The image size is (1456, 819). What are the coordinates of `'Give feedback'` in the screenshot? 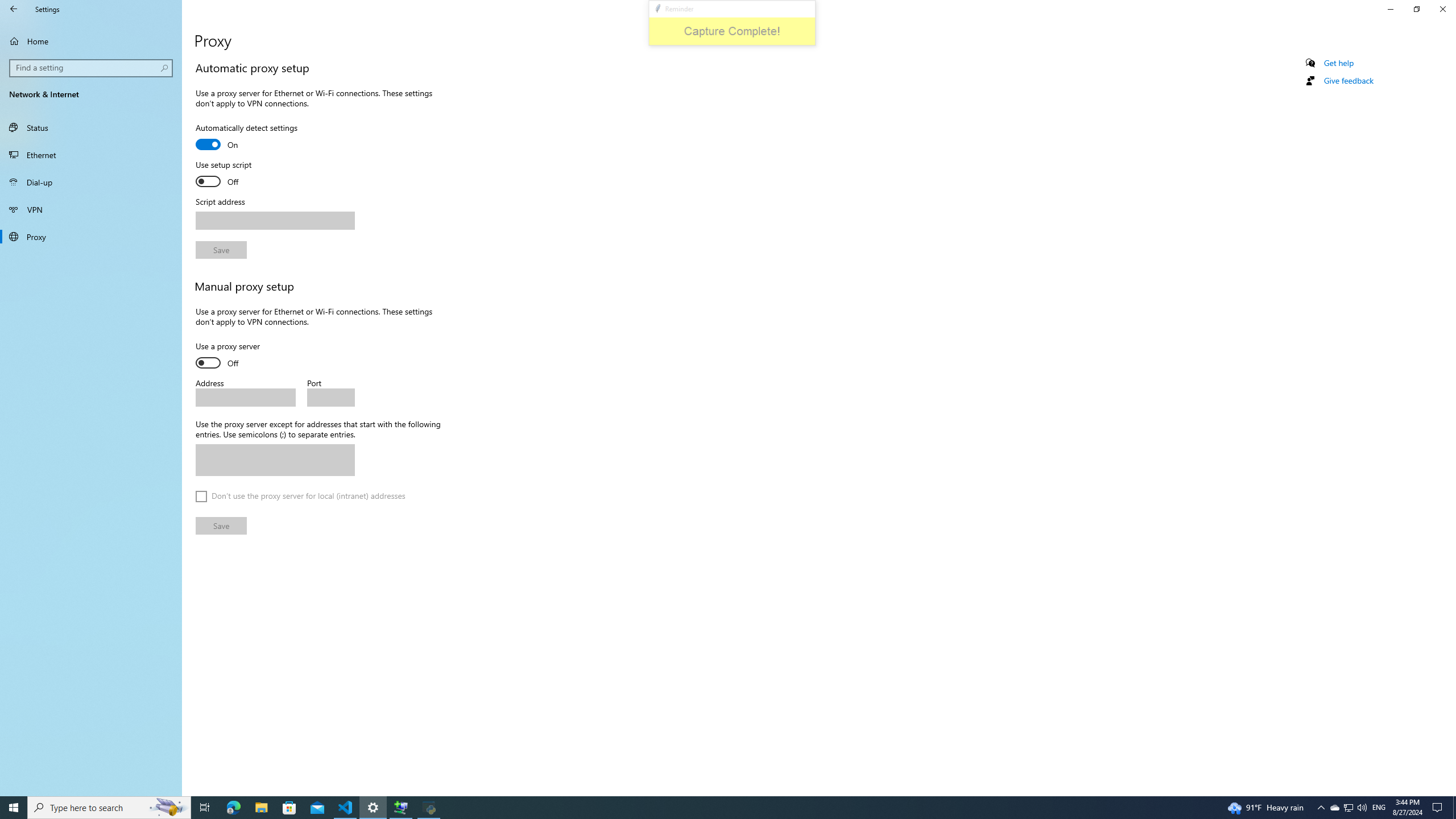 It's located at (1347, 80).